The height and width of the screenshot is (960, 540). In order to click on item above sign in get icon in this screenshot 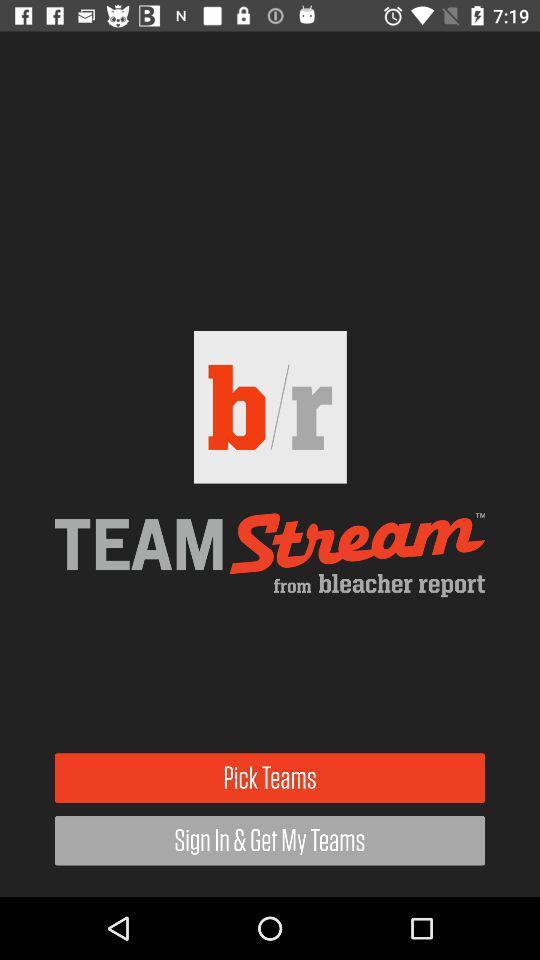, I will do `click(270, 777)`.